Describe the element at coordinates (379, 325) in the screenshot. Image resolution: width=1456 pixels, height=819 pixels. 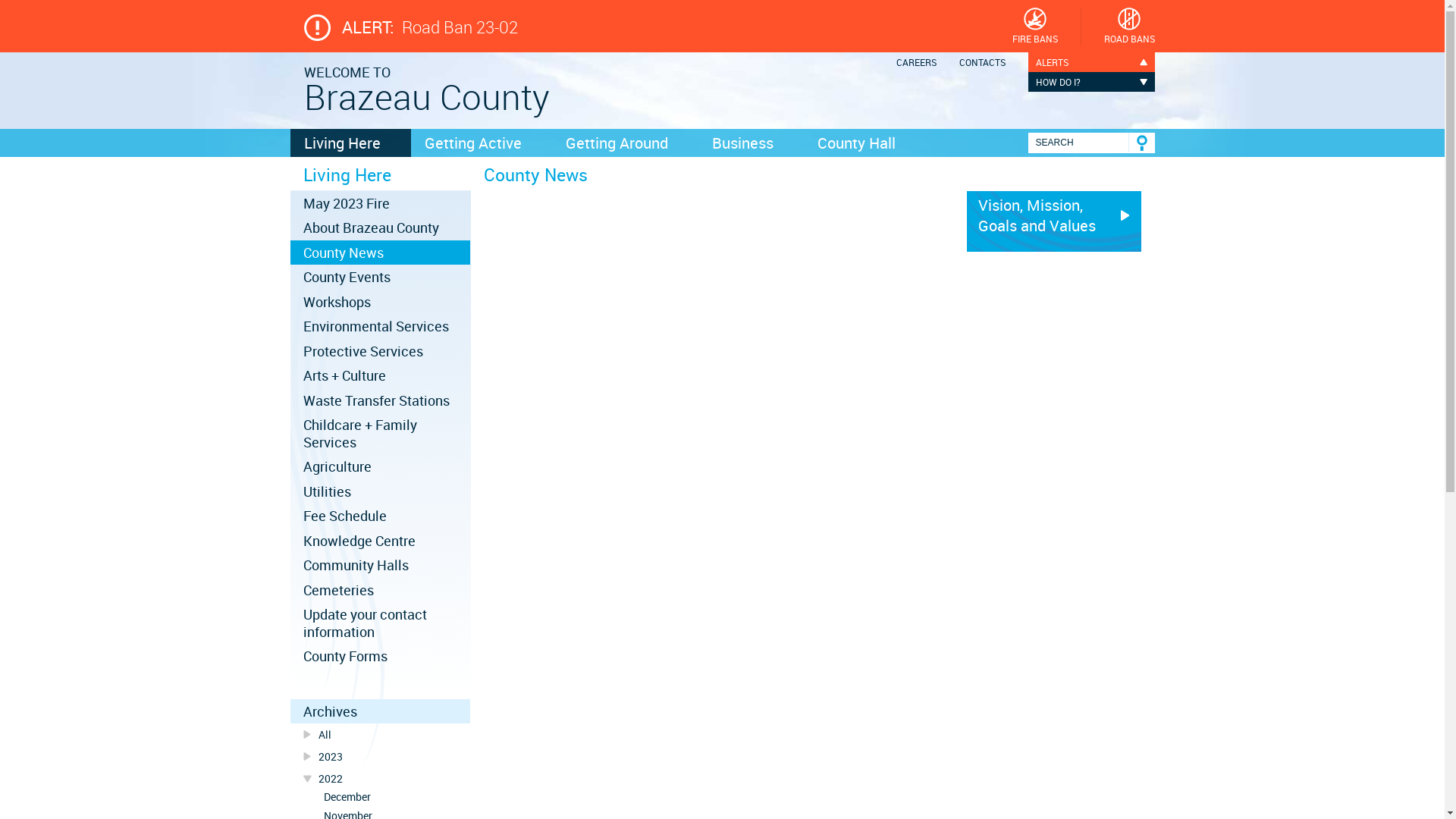
I see `'Environmental Services'` at that location.